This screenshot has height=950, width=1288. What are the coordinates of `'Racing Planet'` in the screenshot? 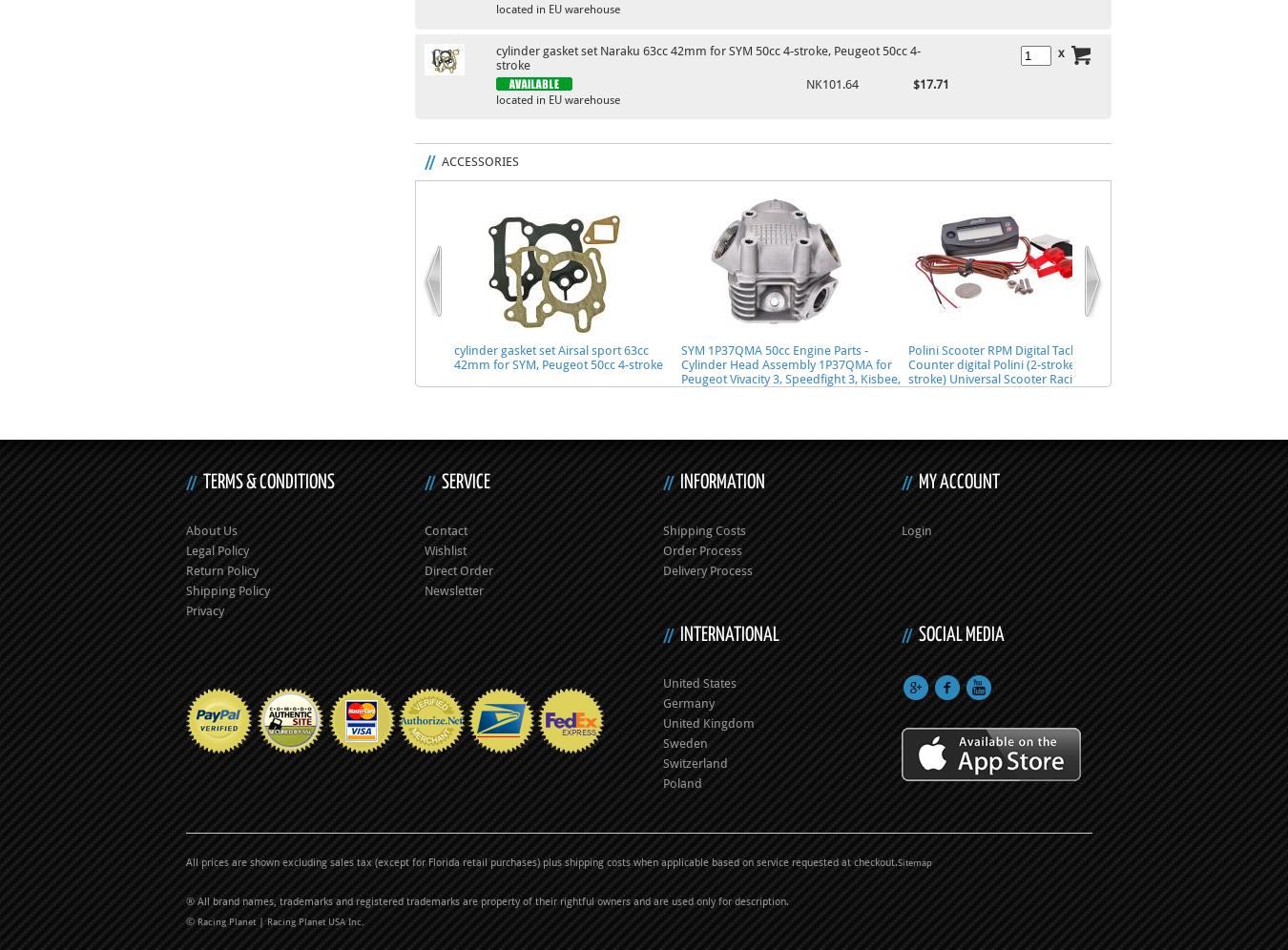 It's located at (226, 920).